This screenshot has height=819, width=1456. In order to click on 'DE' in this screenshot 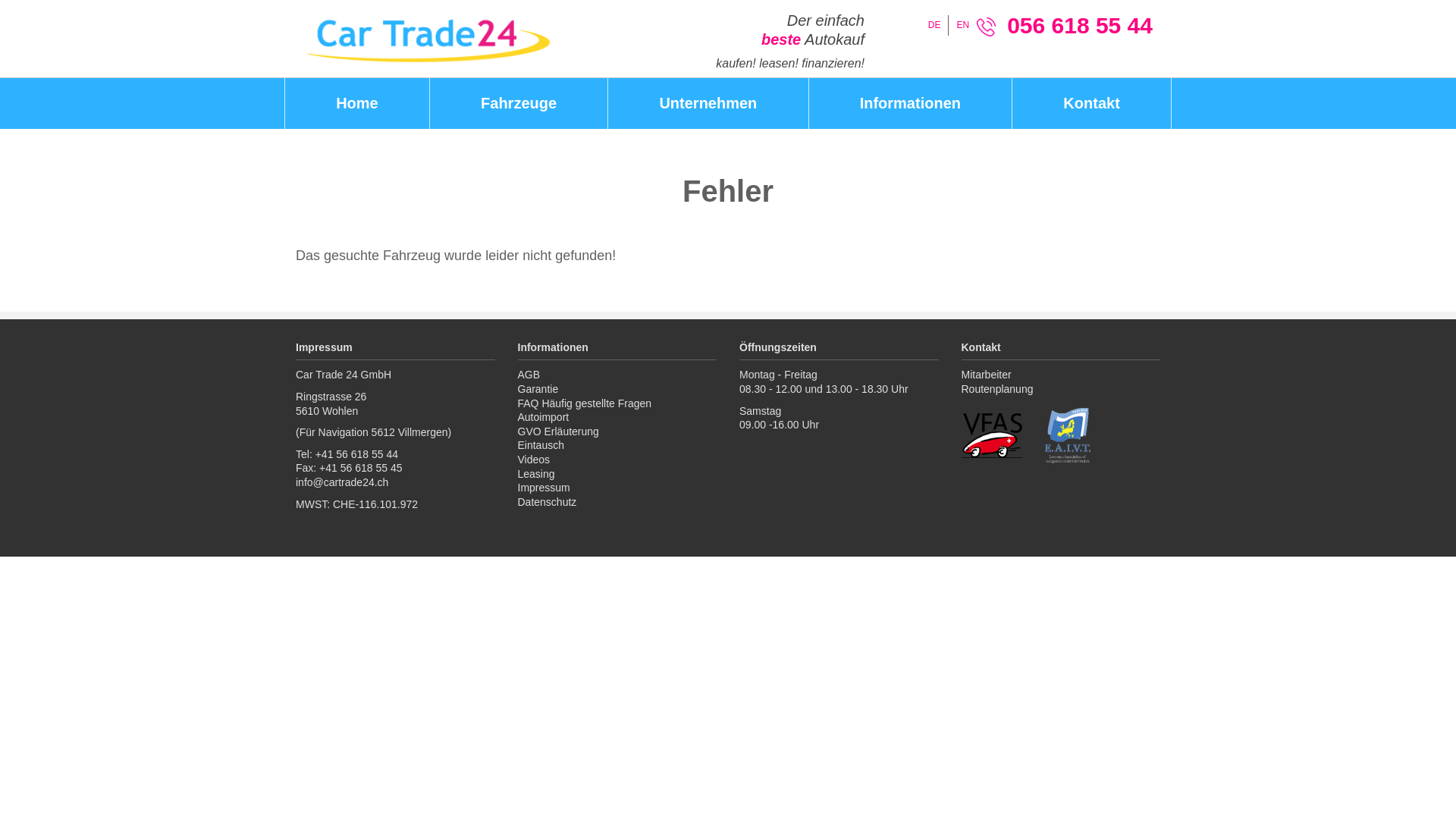, I will do `click(927, 25)`.